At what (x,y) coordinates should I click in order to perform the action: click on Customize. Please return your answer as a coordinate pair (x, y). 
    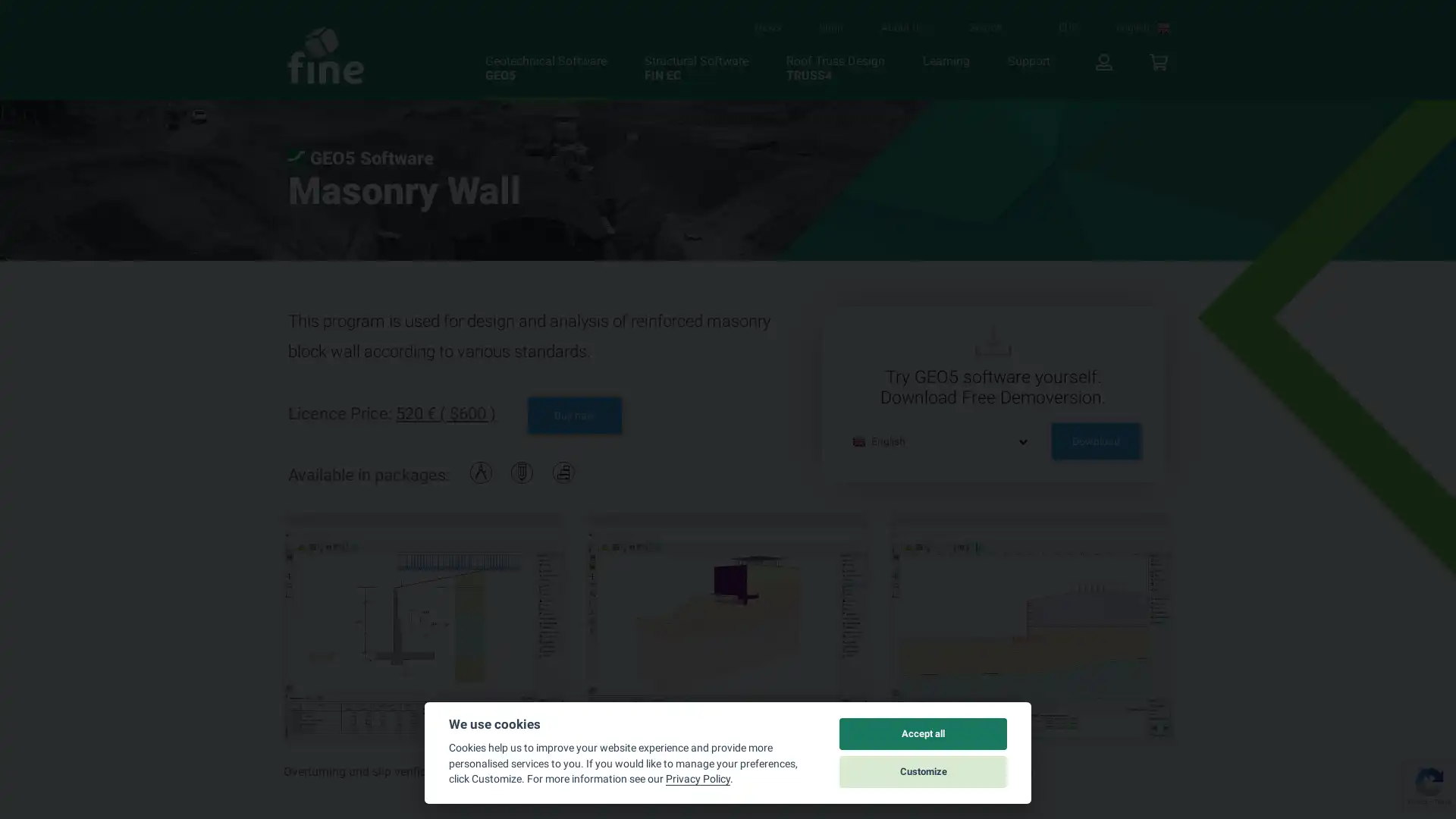
    Looking at the image, I should click on (922, 772).